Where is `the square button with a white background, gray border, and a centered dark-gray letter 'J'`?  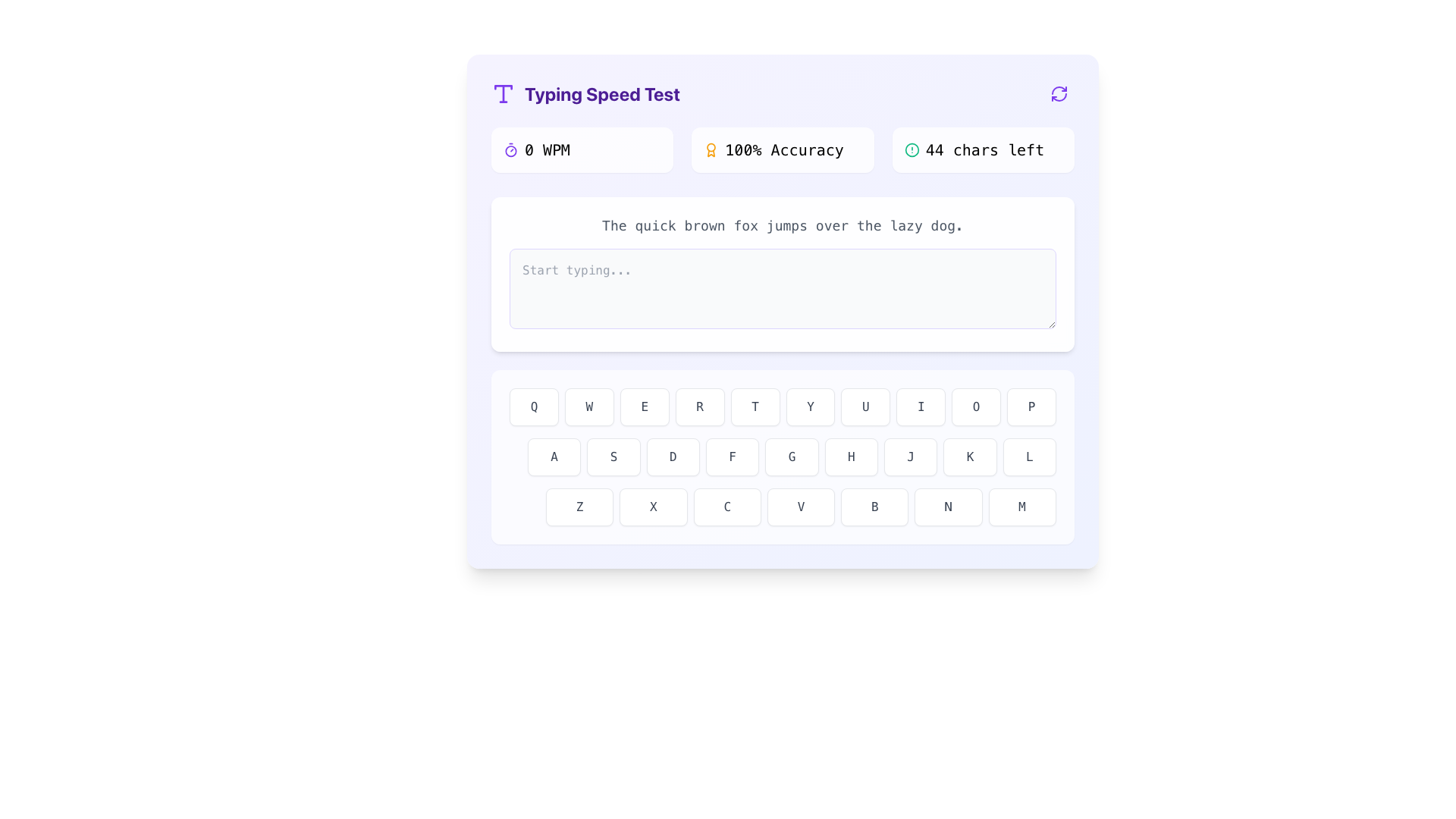
the square button with a white background, gray border, and a centered dark-gray letter 'J' is located at coordinates (910, 456).